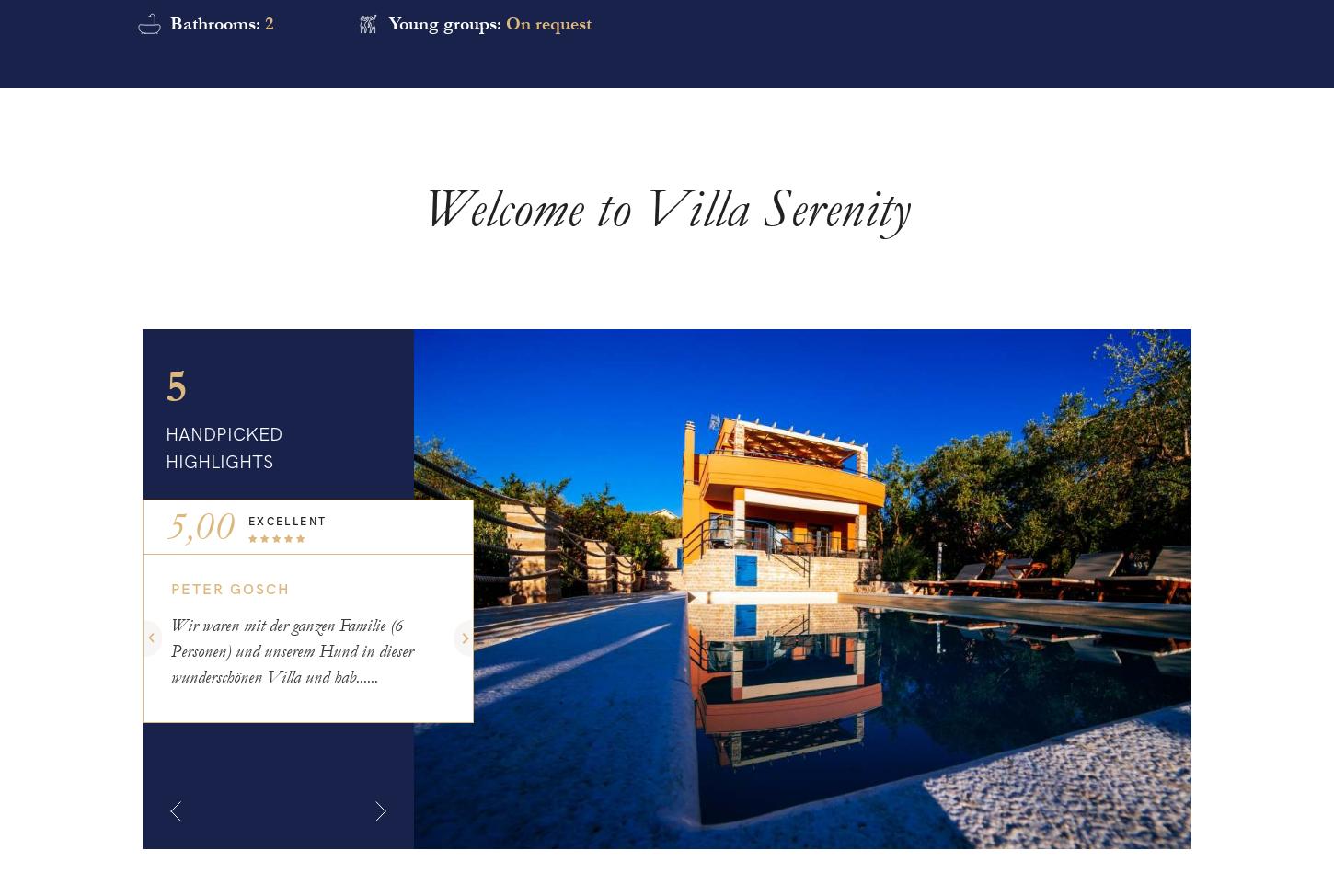 Image resolution: width=1334 pixels, height=896 pixels. What do you see at coordinates (397, 493) in the screenshot?
I see `'HANDPICKED VILLAS'` at bounding box center [397, 493].